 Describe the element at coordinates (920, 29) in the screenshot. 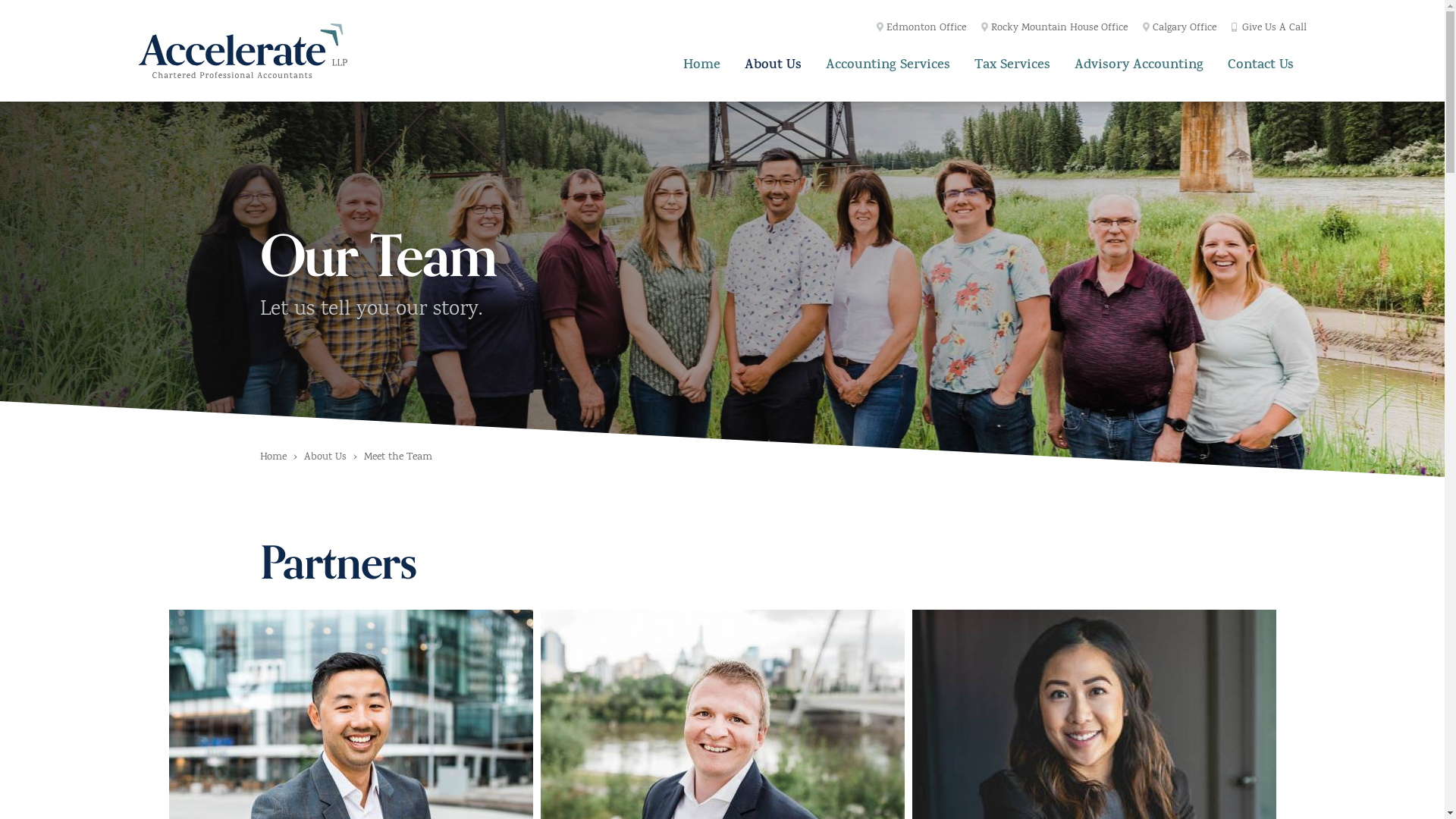

I see `'Edmonton Office'` at that location.